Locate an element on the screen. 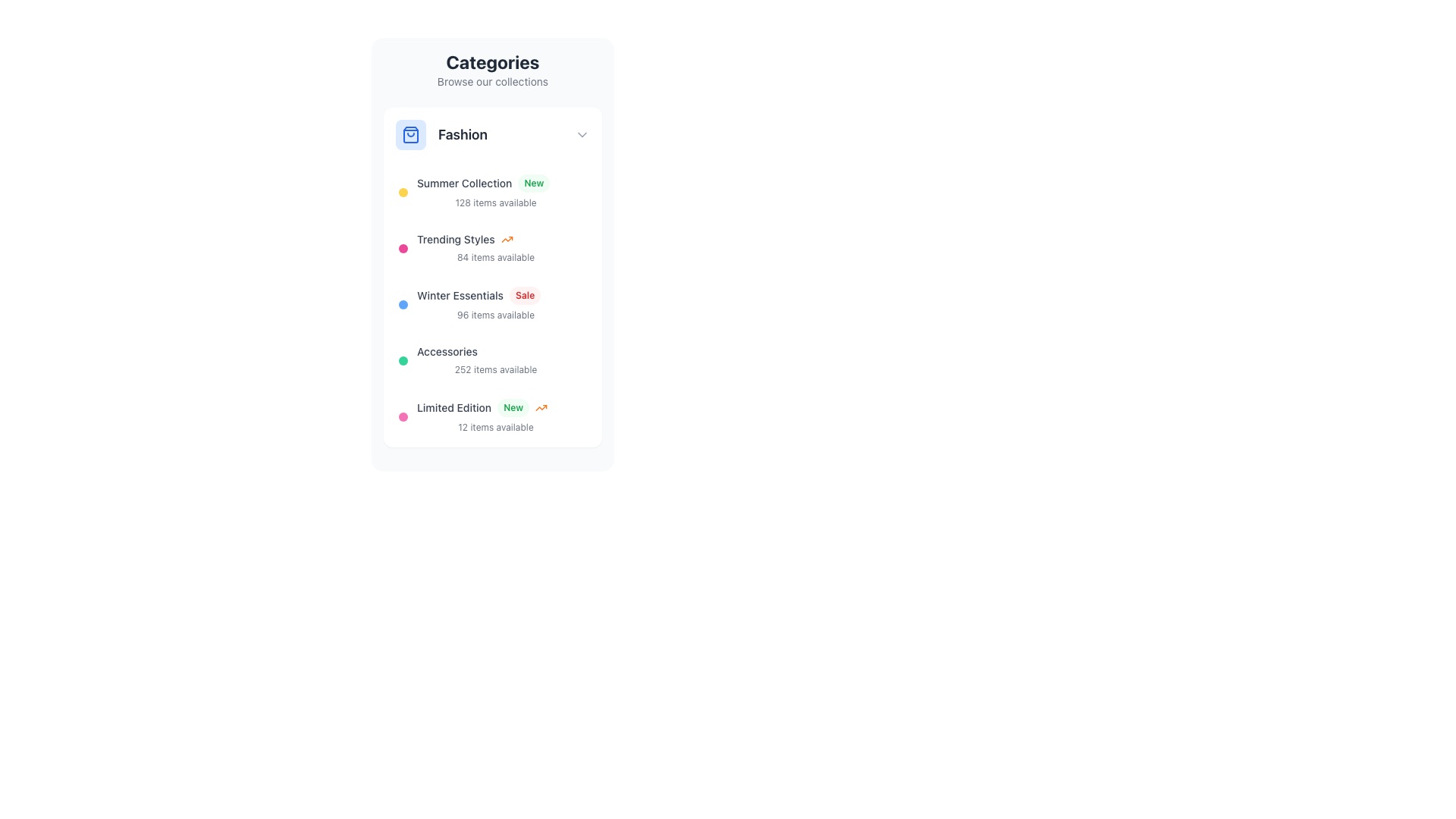  the 'New' badge-like label with a light green background that is located in the 'Limited Edition' section under the 'Fashion' heading is located at coordinates (513, 406).